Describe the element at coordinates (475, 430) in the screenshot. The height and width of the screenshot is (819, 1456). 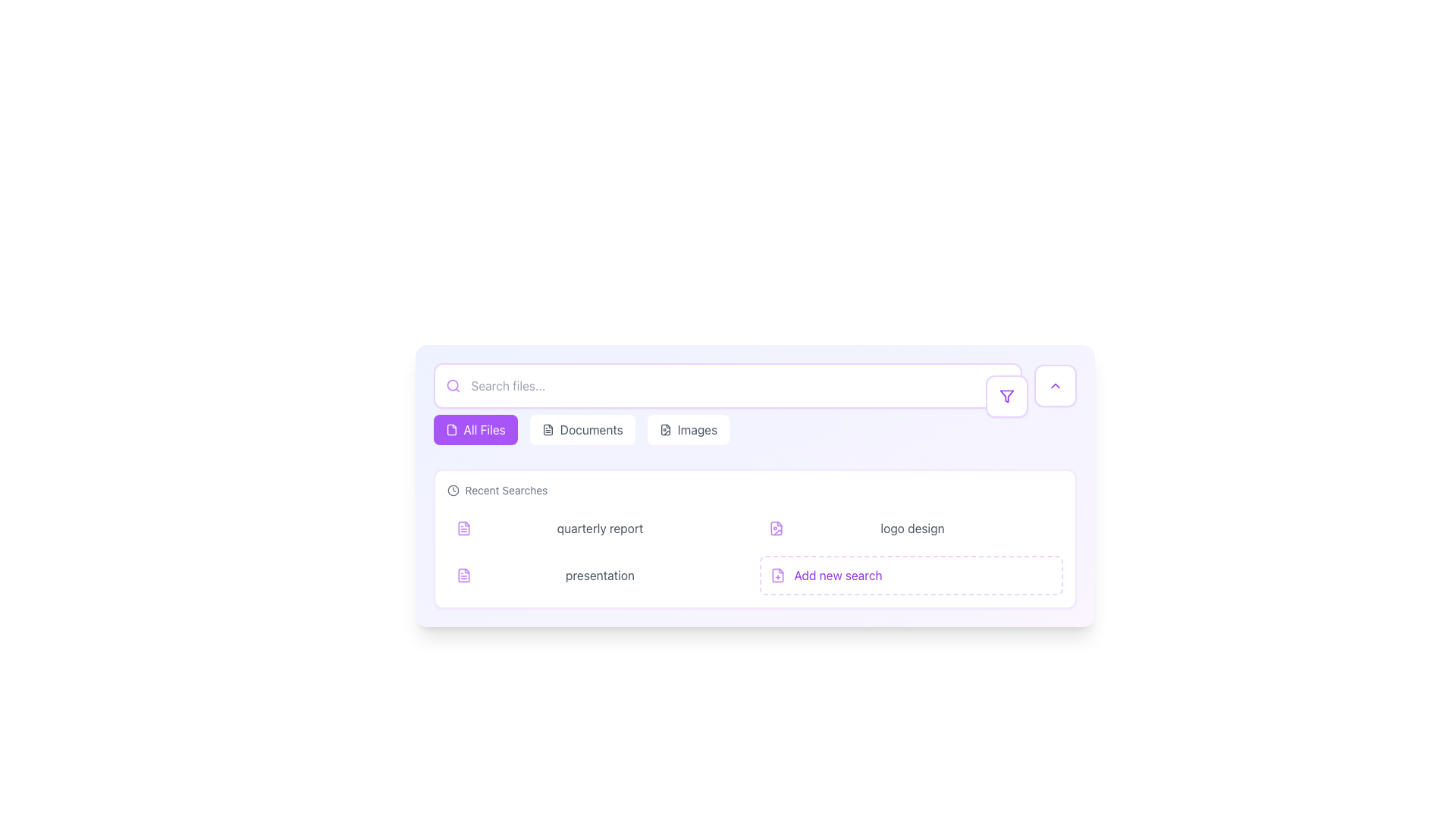
I see `the 'All Files' button, which is a vibrant purple button with white text and a file icon` at that location.